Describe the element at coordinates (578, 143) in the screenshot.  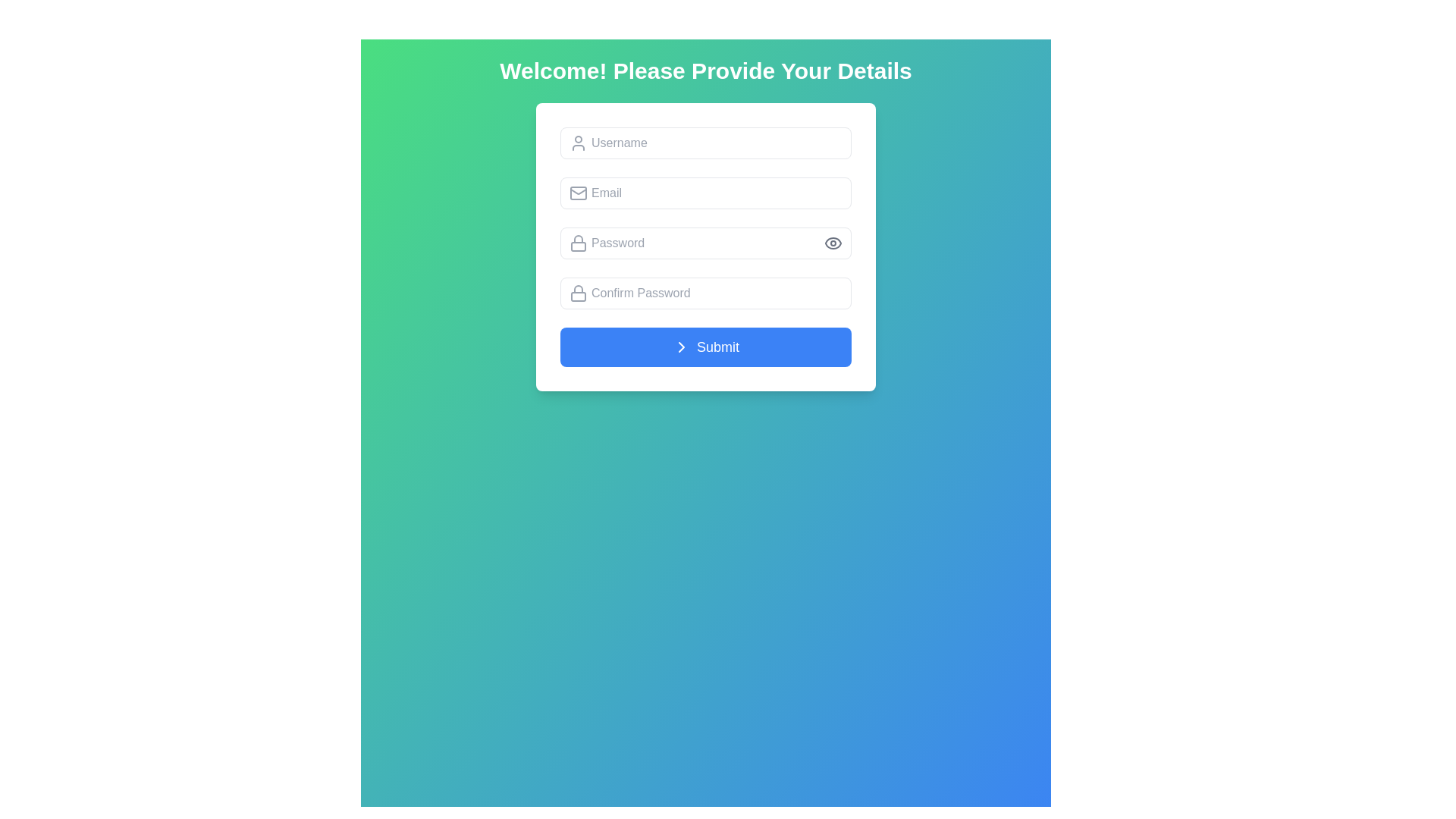
I see `the user profile SVG icon located at the leftmost side of the 'Username' input field in the user details form` at that location.